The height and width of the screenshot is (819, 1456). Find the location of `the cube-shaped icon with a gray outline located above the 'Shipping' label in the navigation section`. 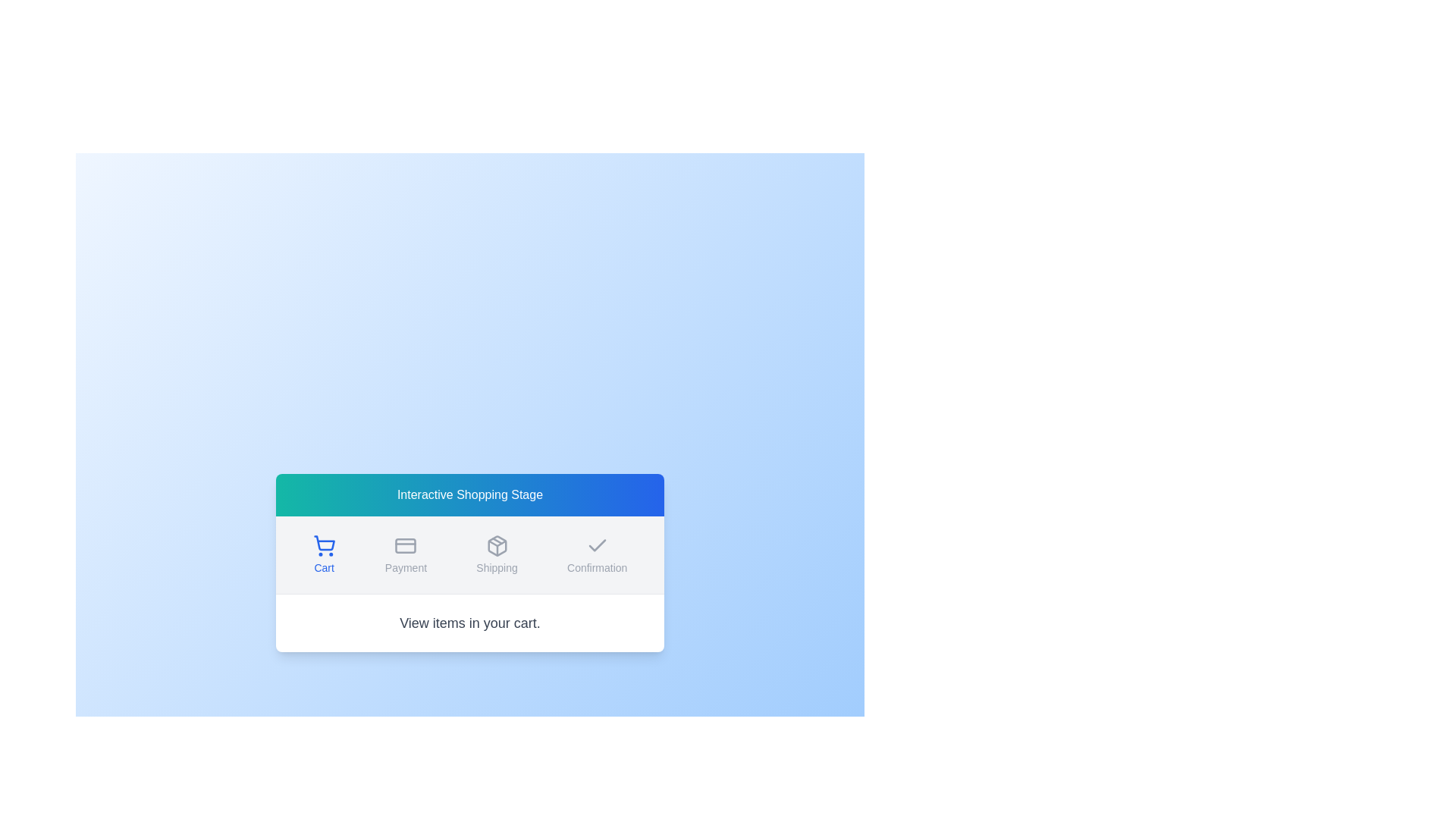

the cube-shaped icon with a gray outline located above the 'Shipping' label in the navigation section is located at coordinates (497, 544).